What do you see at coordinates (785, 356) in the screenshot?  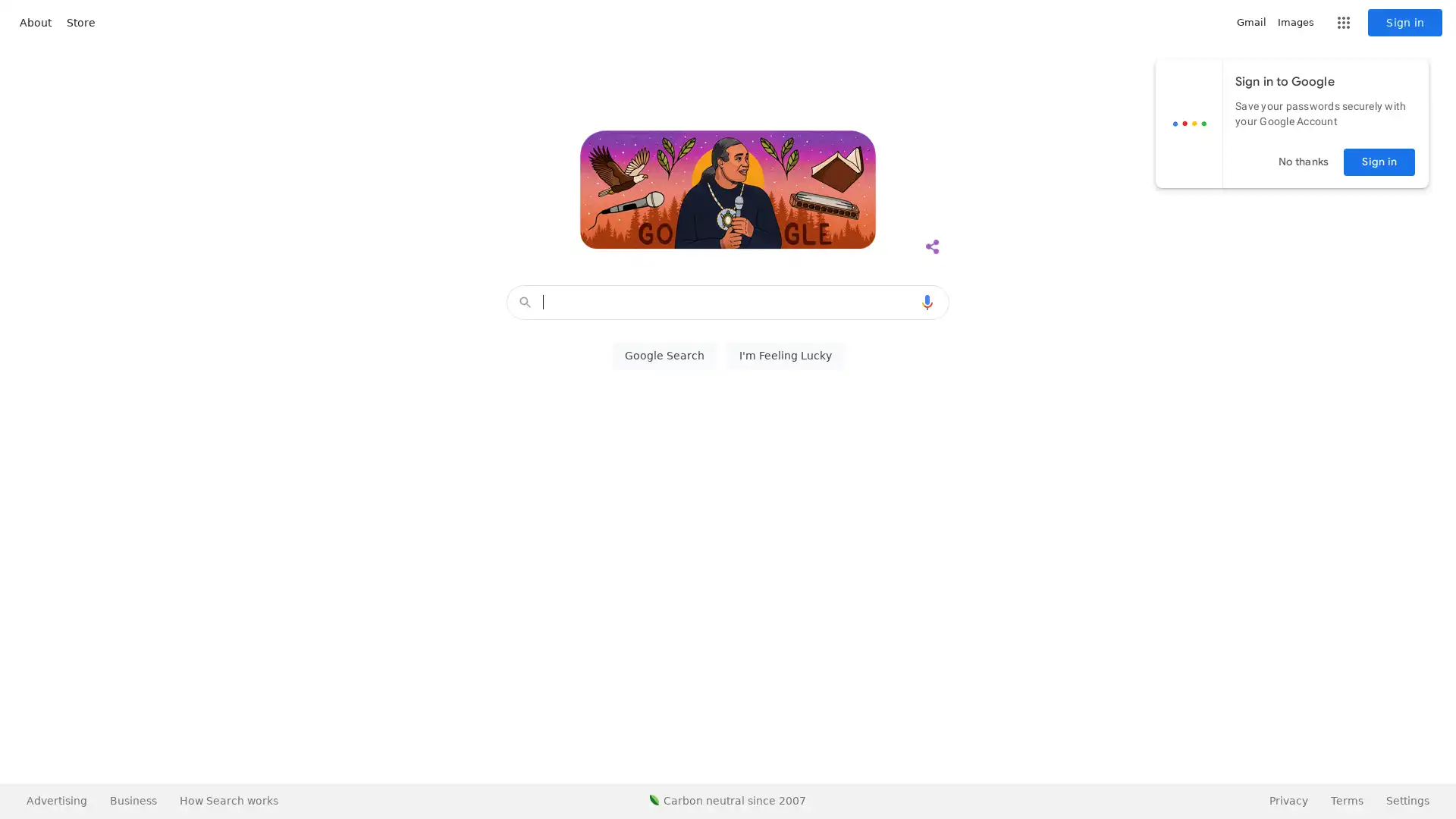 I see `I'm Feeling Lucky` at bounding box center [785, 356].